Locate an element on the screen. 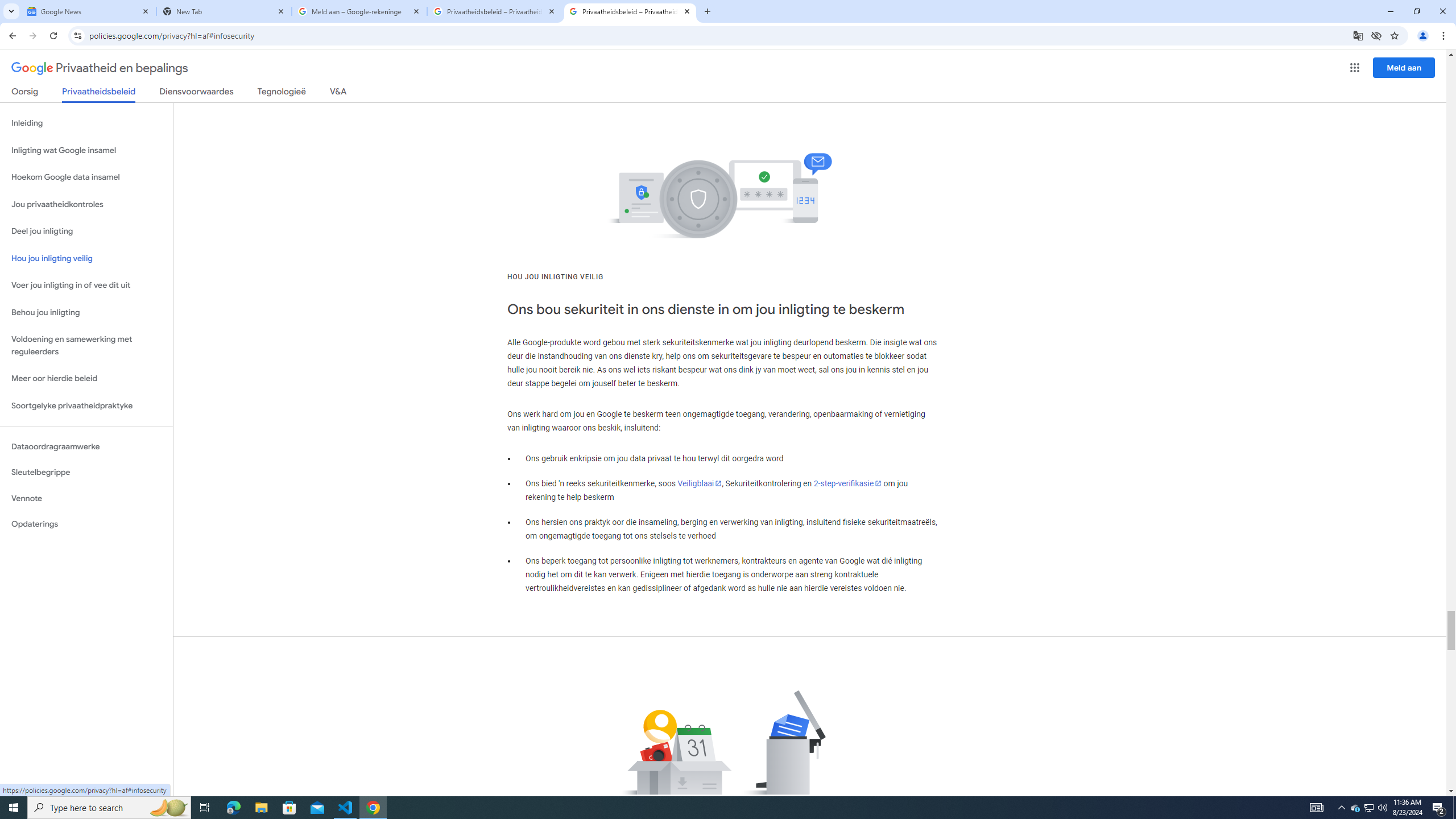 The width and height of the screenshot is (1456, 819). 'Hoekom Google data insamel' is located at coordinates (86, 176).